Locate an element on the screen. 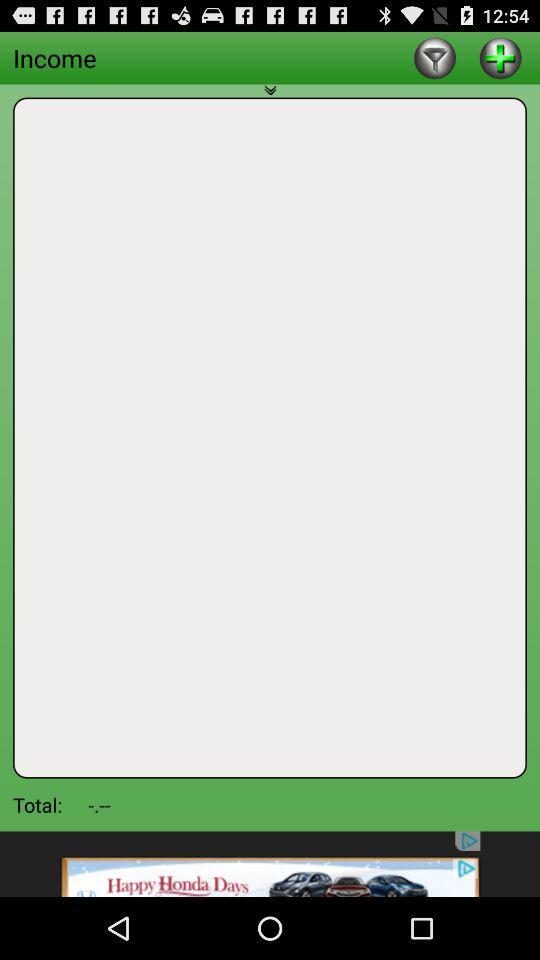 This screenshot has height=960, width=540. the expand_more icon is located at coordinates (270, 102).